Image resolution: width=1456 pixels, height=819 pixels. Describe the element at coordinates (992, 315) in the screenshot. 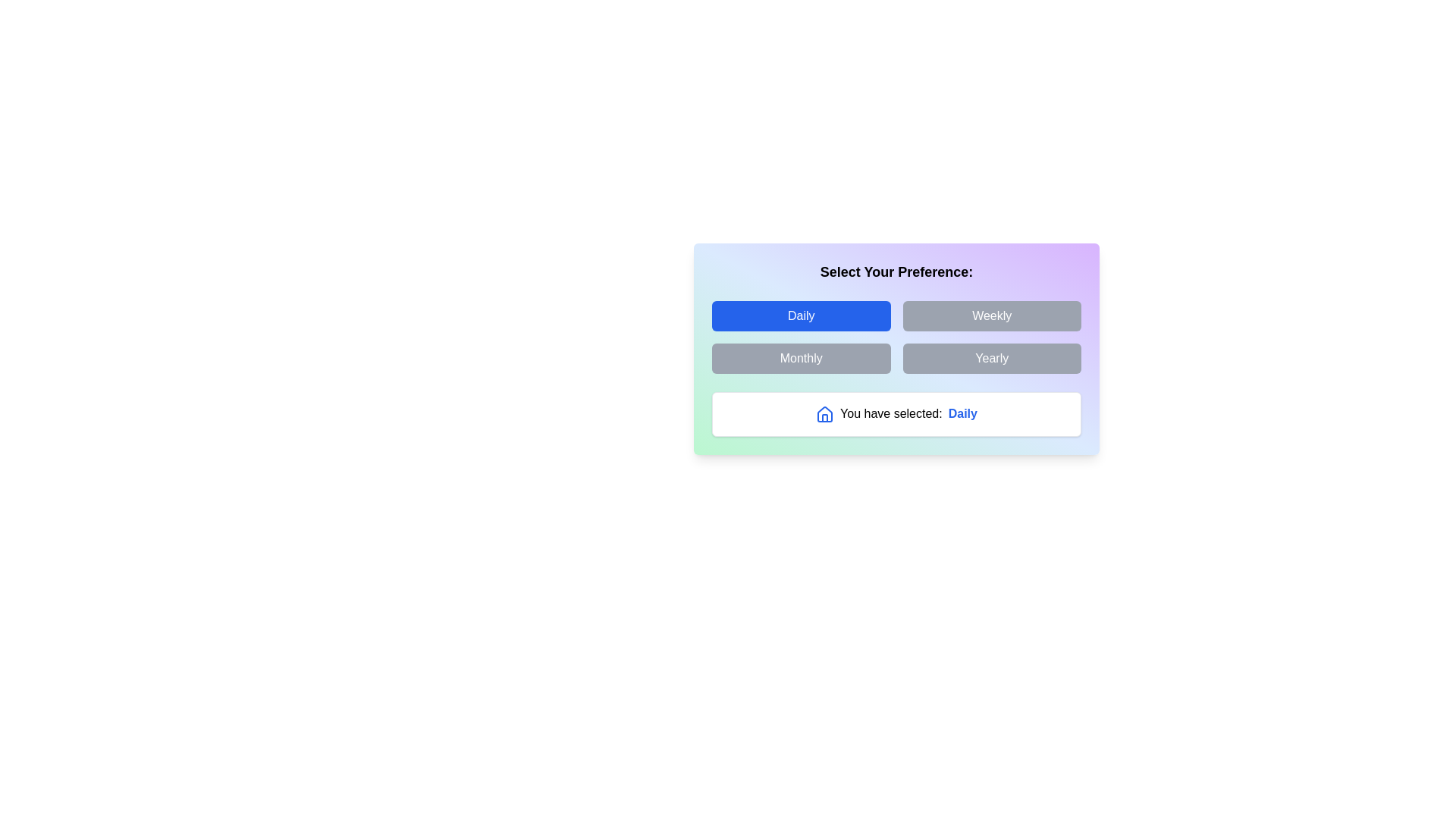

I see `the toggle button for the 'Weekly' option` at that location.